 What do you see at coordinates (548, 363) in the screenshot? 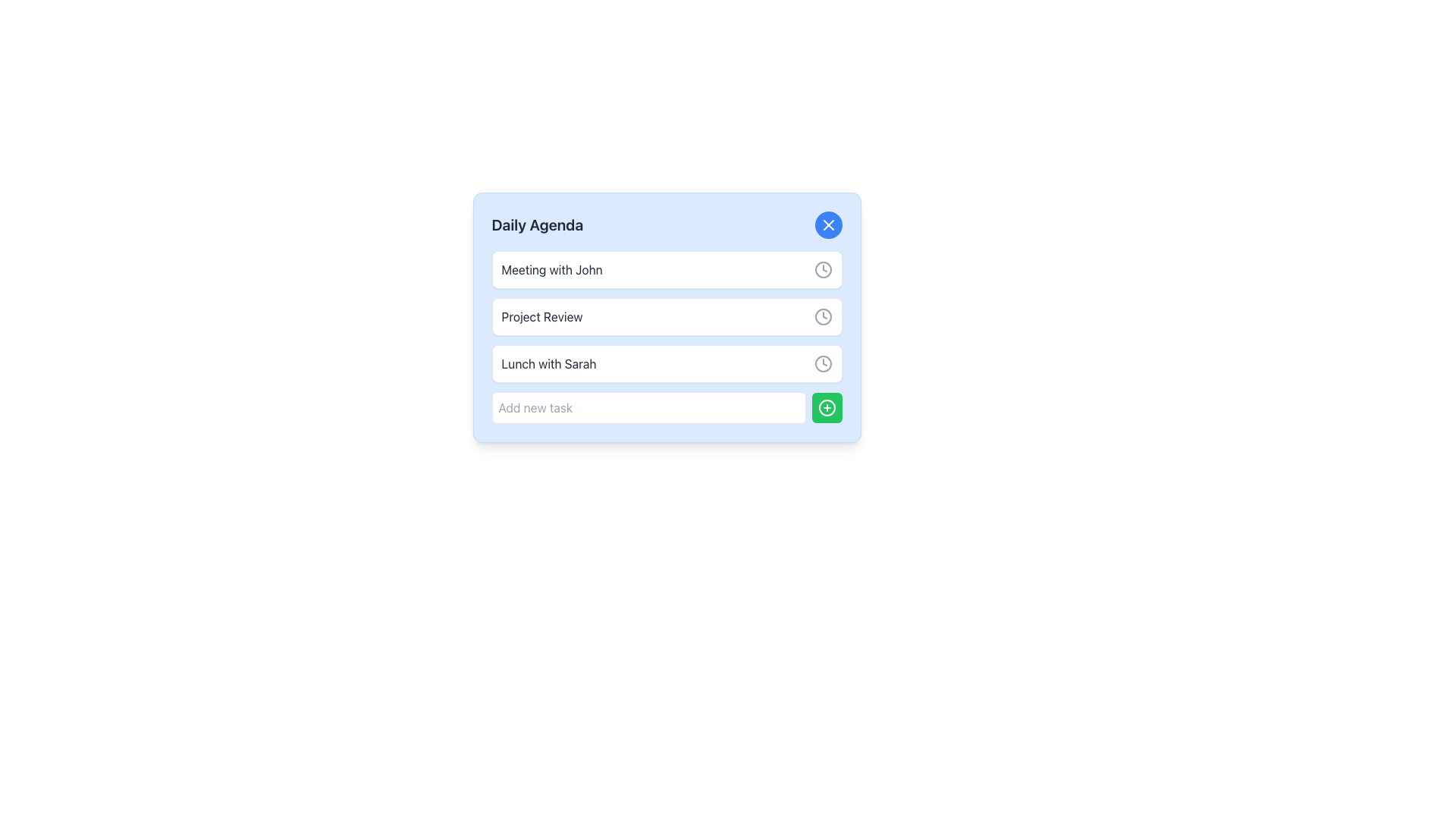
I see `the text label displaying 'Lunch with Sarah', which is the main text label of the third item in the 'Daily Agenda' widget` at bounding box center [548, 363].